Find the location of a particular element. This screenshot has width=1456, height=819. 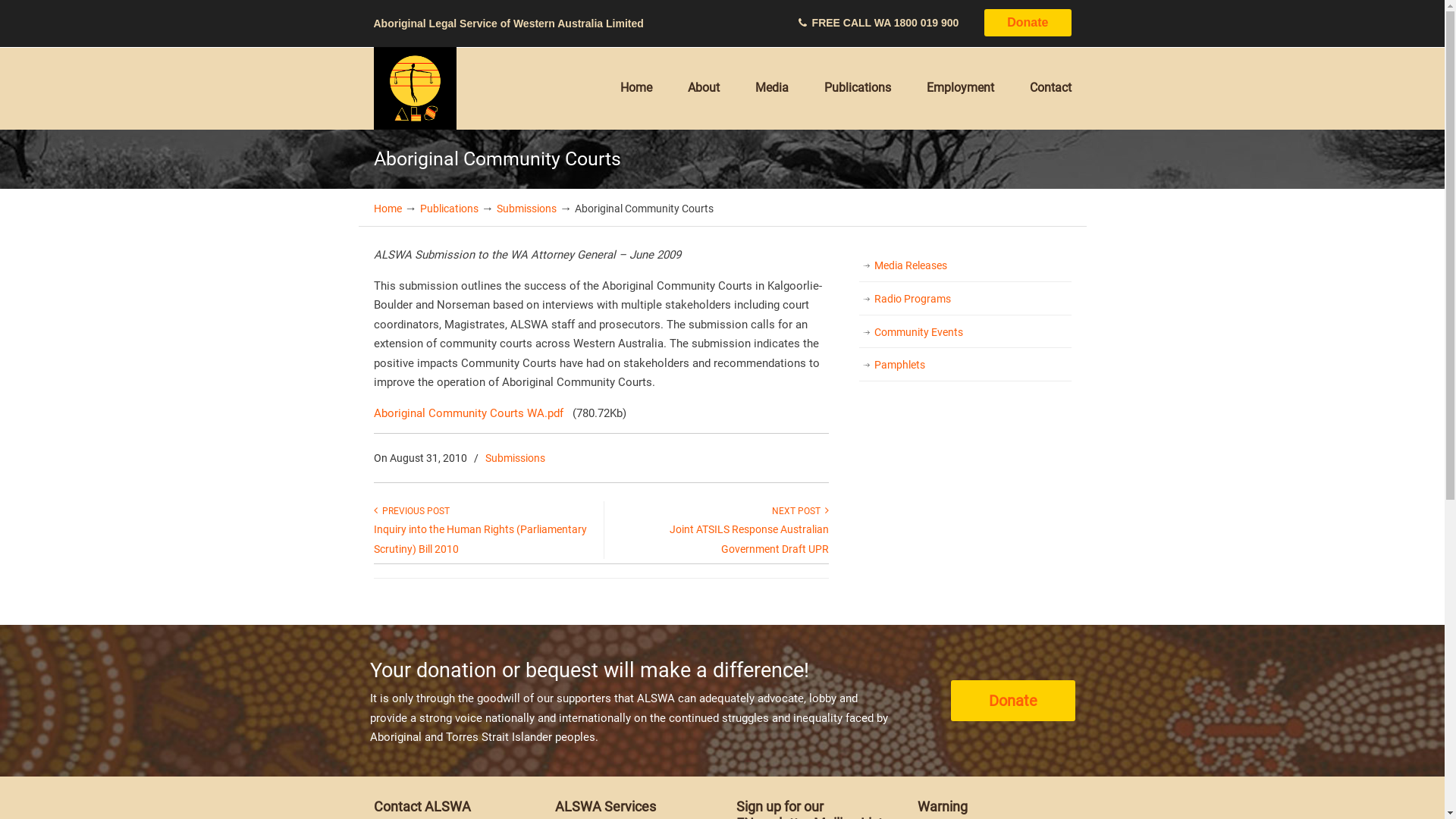

'Media Releases' is located at coordinates (858, 265).